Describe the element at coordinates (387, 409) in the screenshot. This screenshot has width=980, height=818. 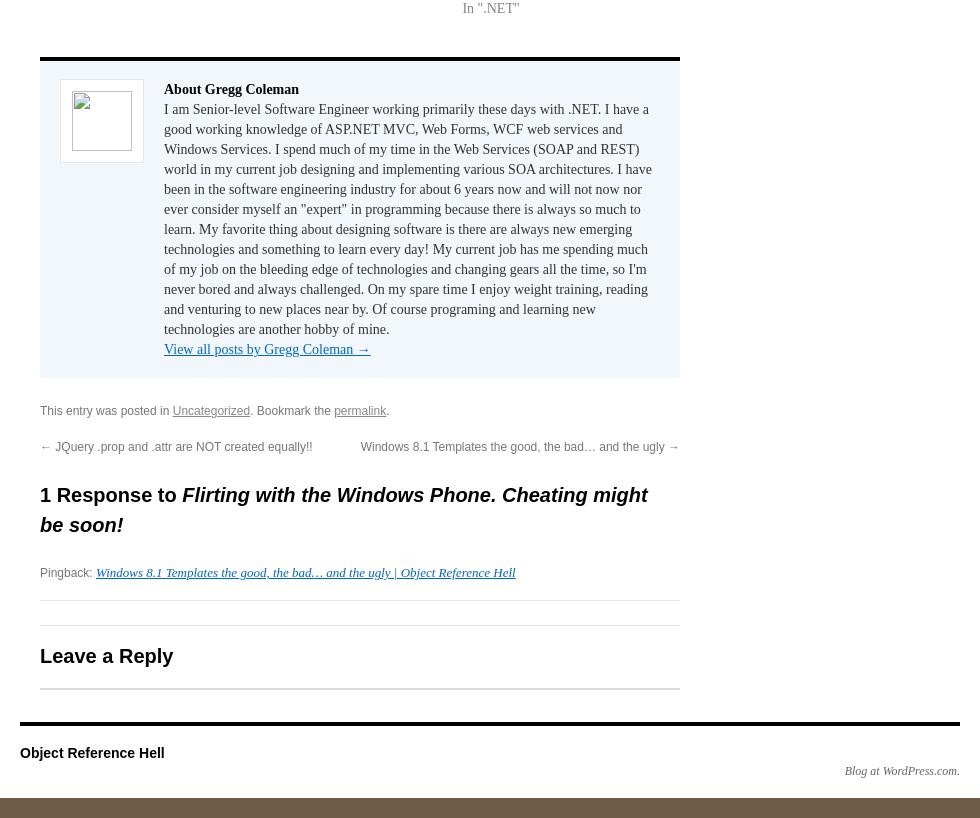
I see `'.'` at that location.